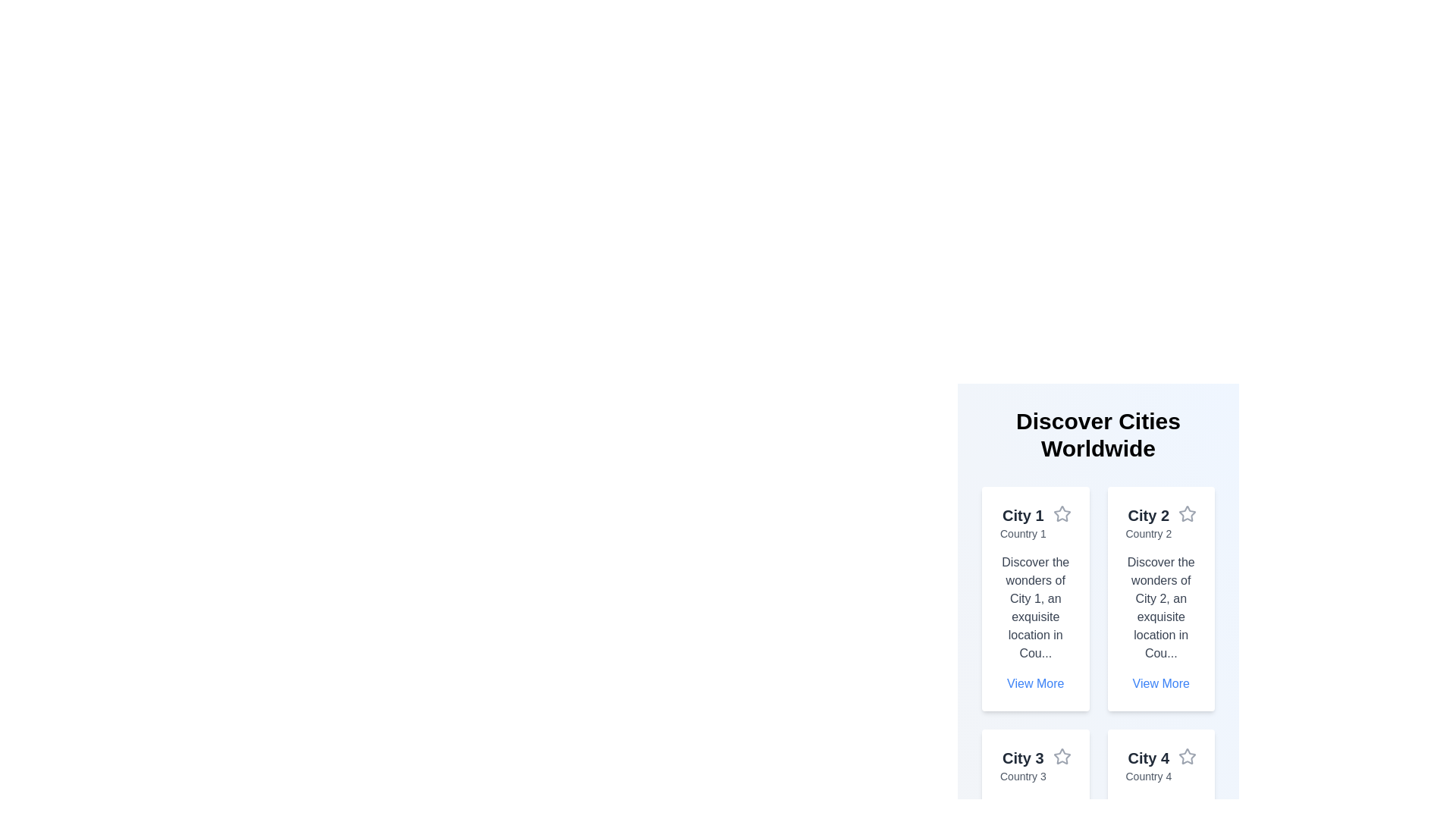  I want to click on the text label displaying 'Country 1', which is positioned below the 'City 1' heading in a card layout, so click(1023, 533).